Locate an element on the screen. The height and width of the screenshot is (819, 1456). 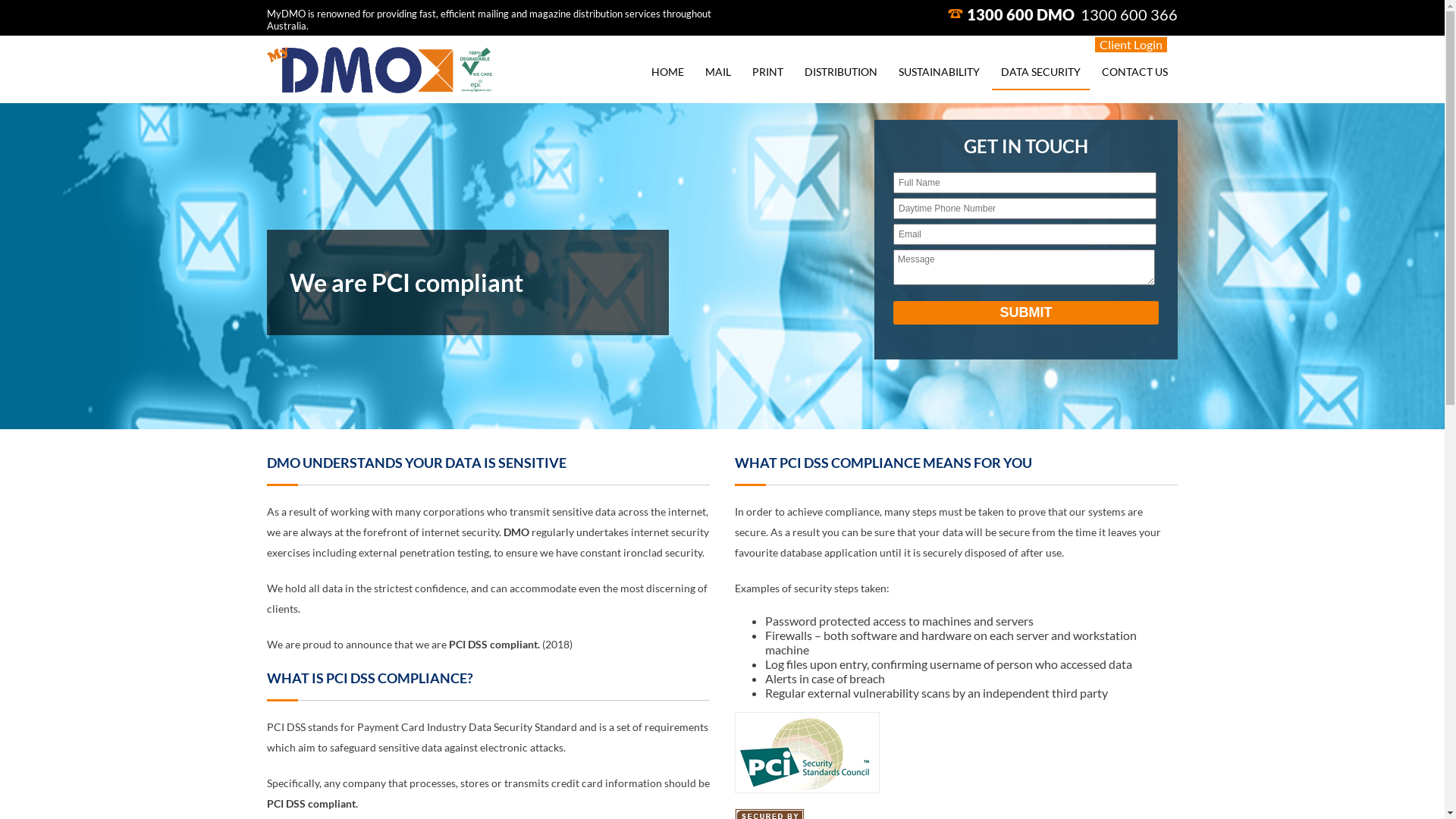
'MAIL' is located at coordinates (717, 72).